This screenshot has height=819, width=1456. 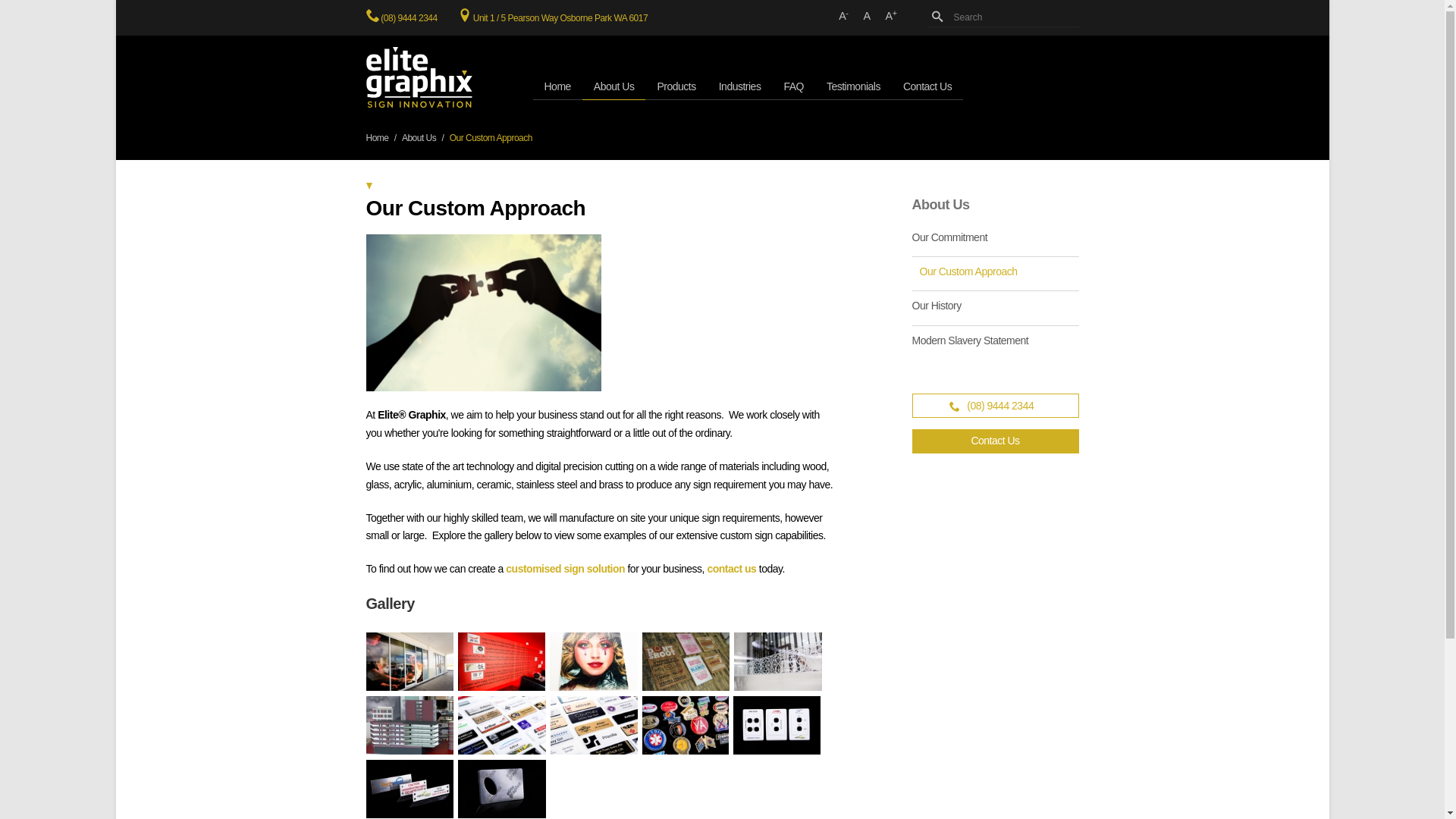 I want to click on 'customised sign solution', so click(x=506, y=569).